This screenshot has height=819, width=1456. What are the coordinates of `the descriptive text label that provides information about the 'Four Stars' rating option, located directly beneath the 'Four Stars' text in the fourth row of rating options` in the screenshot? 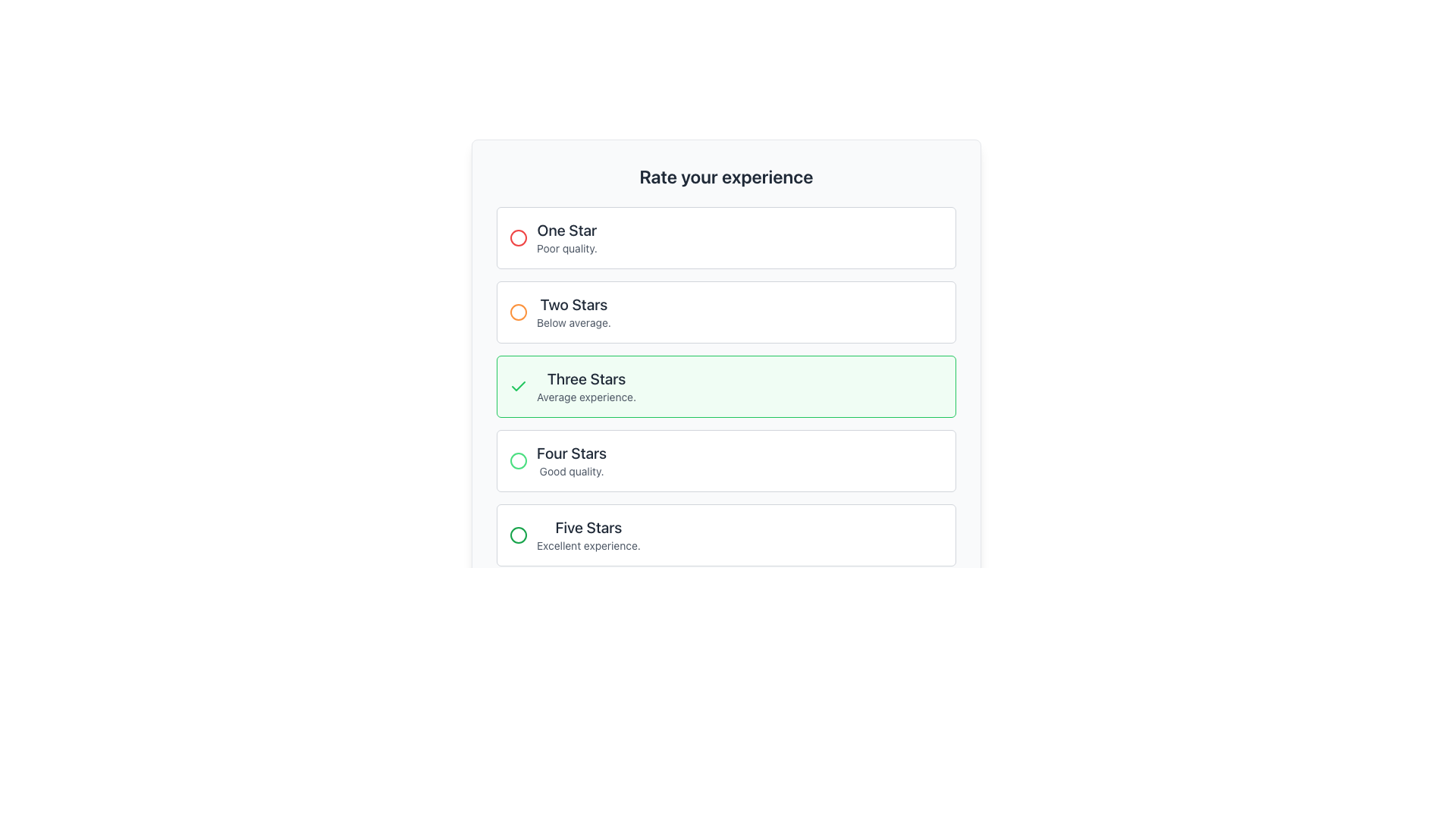 It's located at (570, 470).